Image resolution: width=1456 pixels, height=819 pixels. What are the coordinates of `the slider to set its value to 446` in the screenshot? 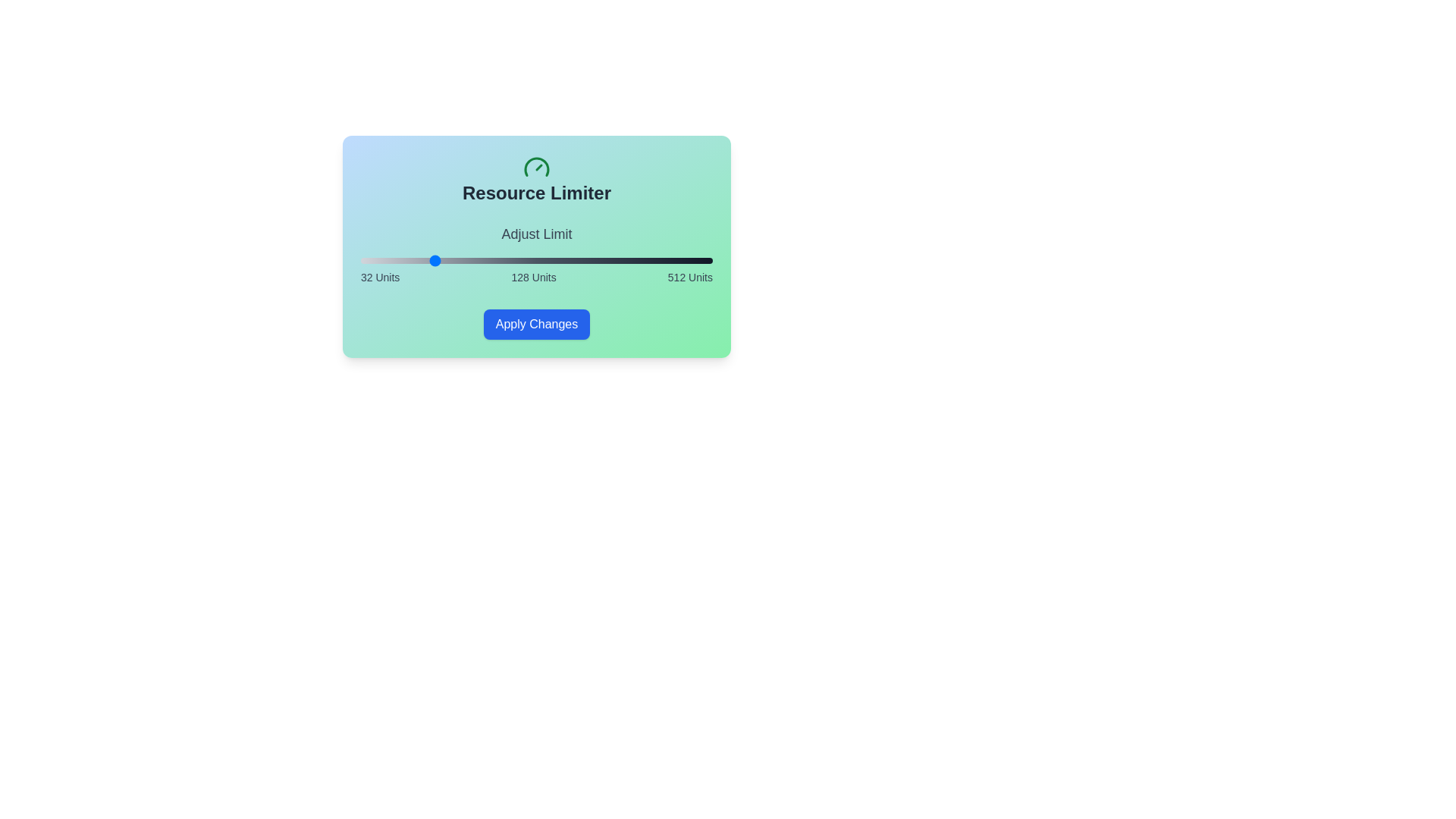 It's located at (664, 259).